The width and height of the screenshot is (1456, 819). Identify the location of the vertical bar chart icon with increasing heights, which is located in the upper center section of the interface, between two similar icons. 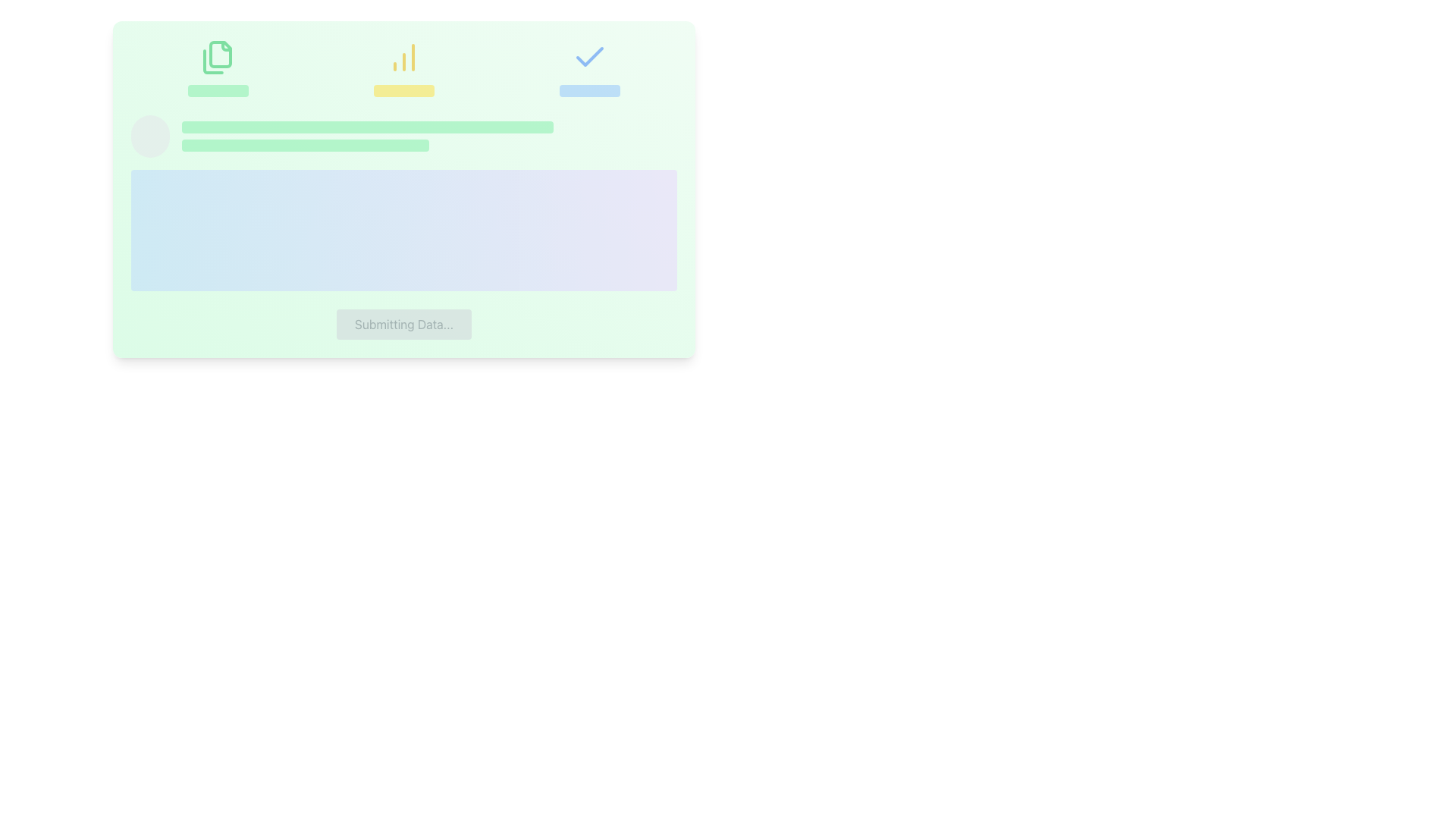
(403, 67).